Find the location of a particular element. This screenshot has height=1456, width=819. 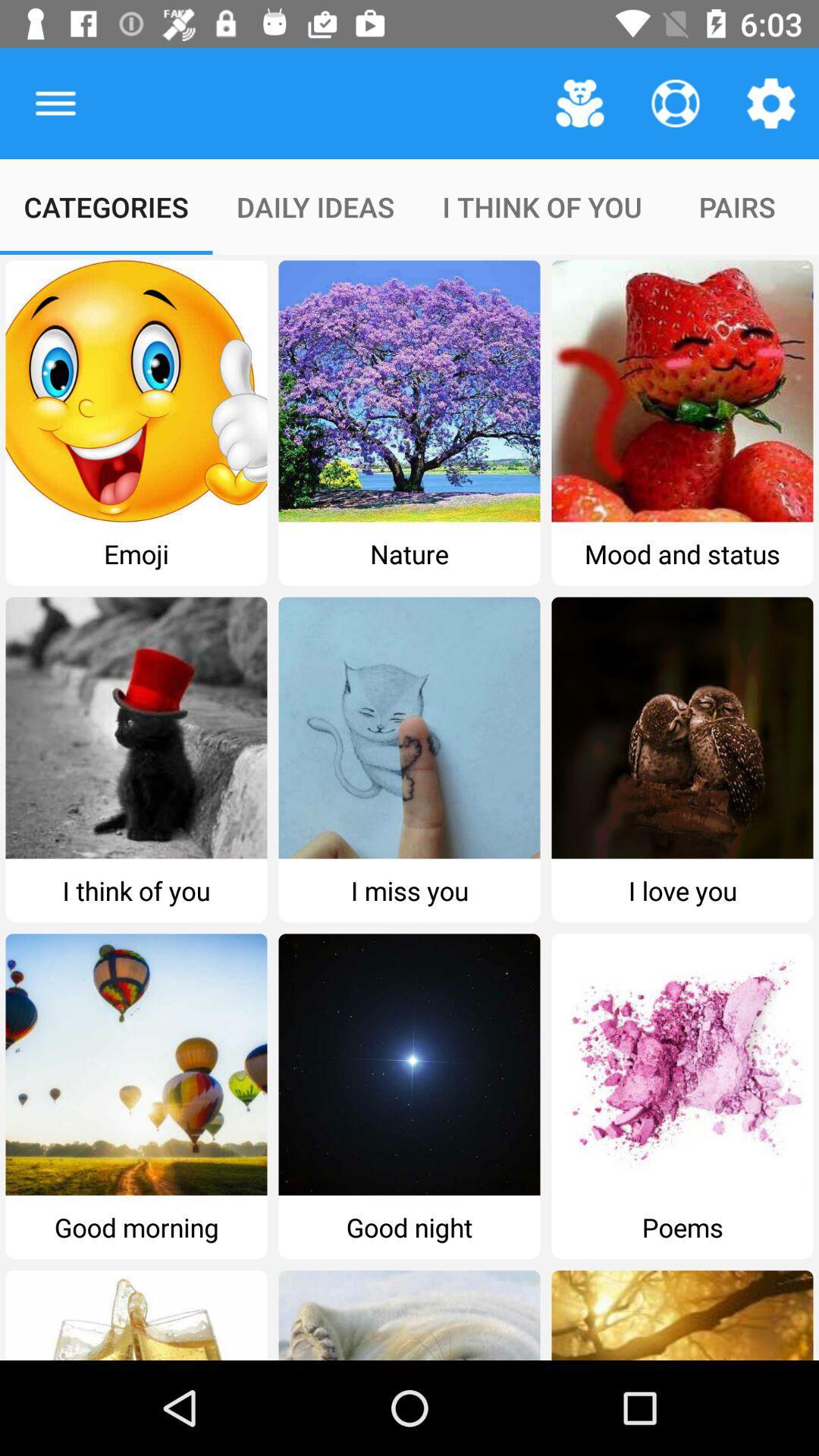

item above the i think of icon is located at coordinates (579, 102).